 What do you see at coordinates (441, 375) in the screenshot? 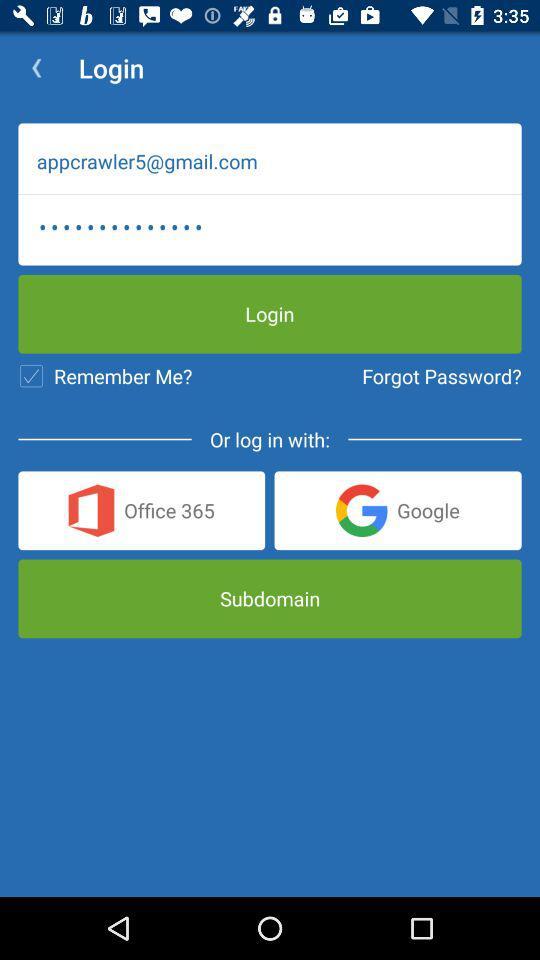
I see `the item below appcrawler3116 icon` at bounding box center [441, 375].